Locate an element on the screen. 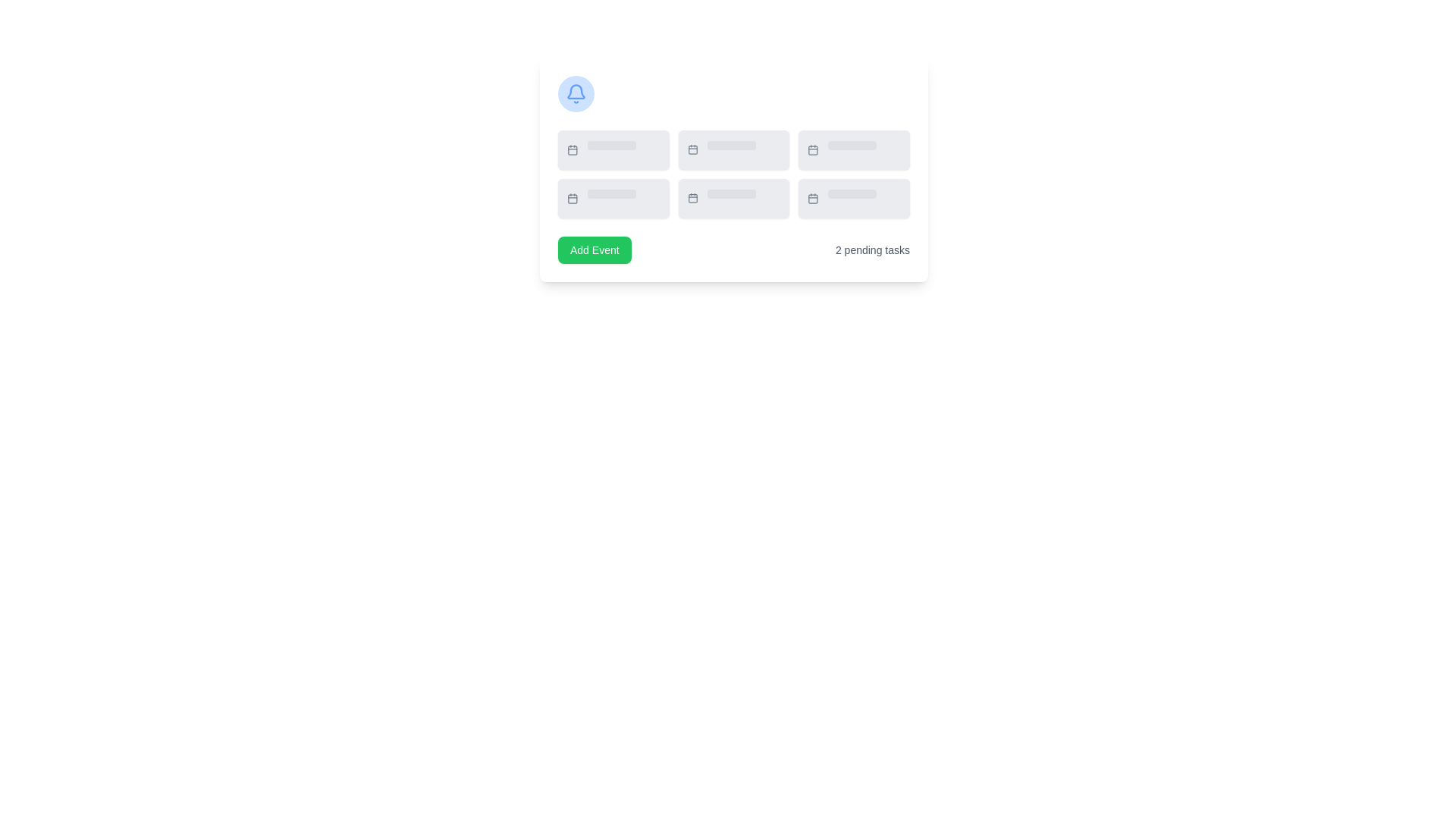  the calendar icon with a gray outline located in the second column of the lower row in a grid layout is located at coordinates (692, 198).